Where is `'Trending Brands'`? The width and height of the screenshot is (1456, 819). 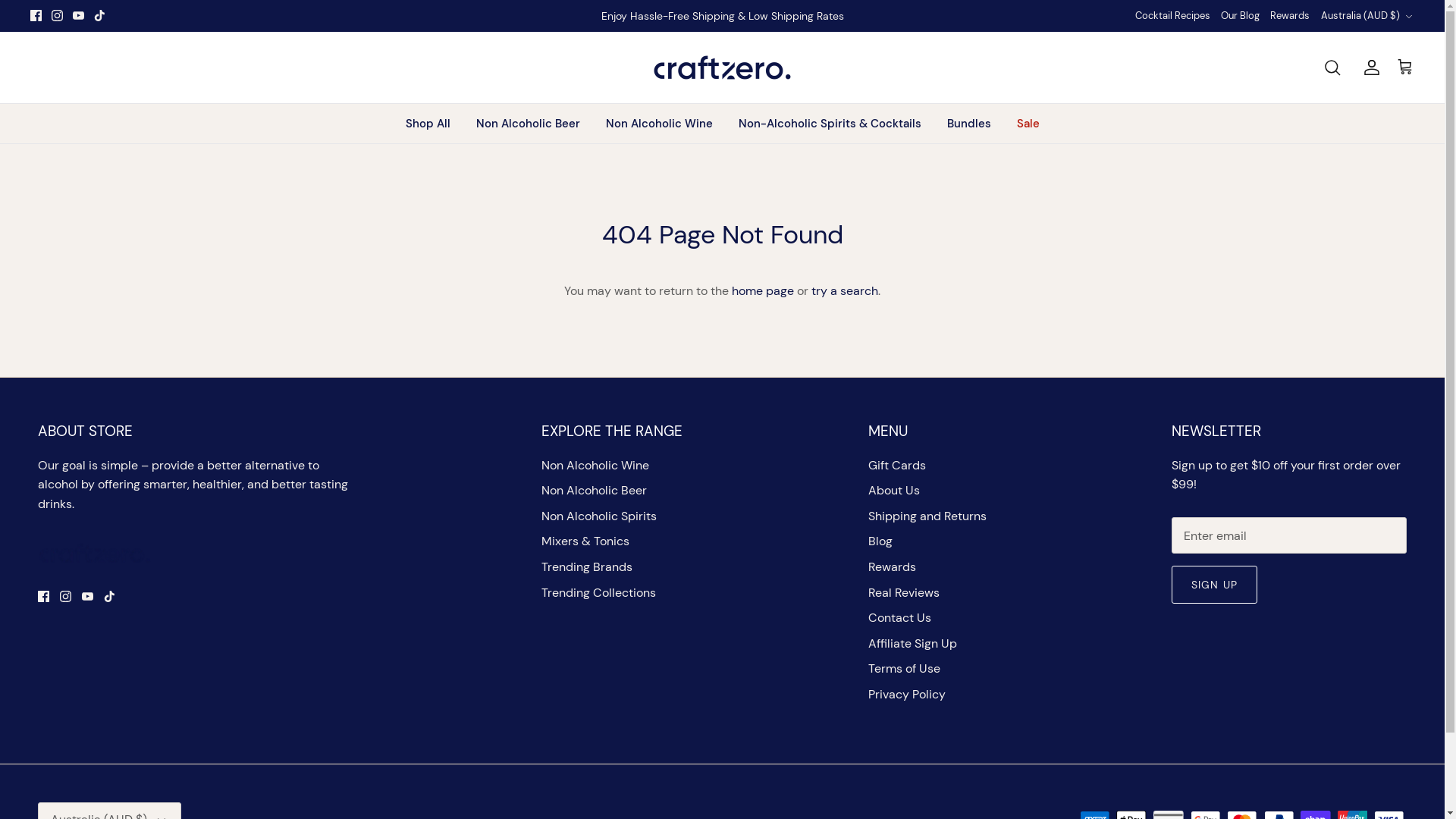 'Trending Brands' is located at coordinates (585, 566).